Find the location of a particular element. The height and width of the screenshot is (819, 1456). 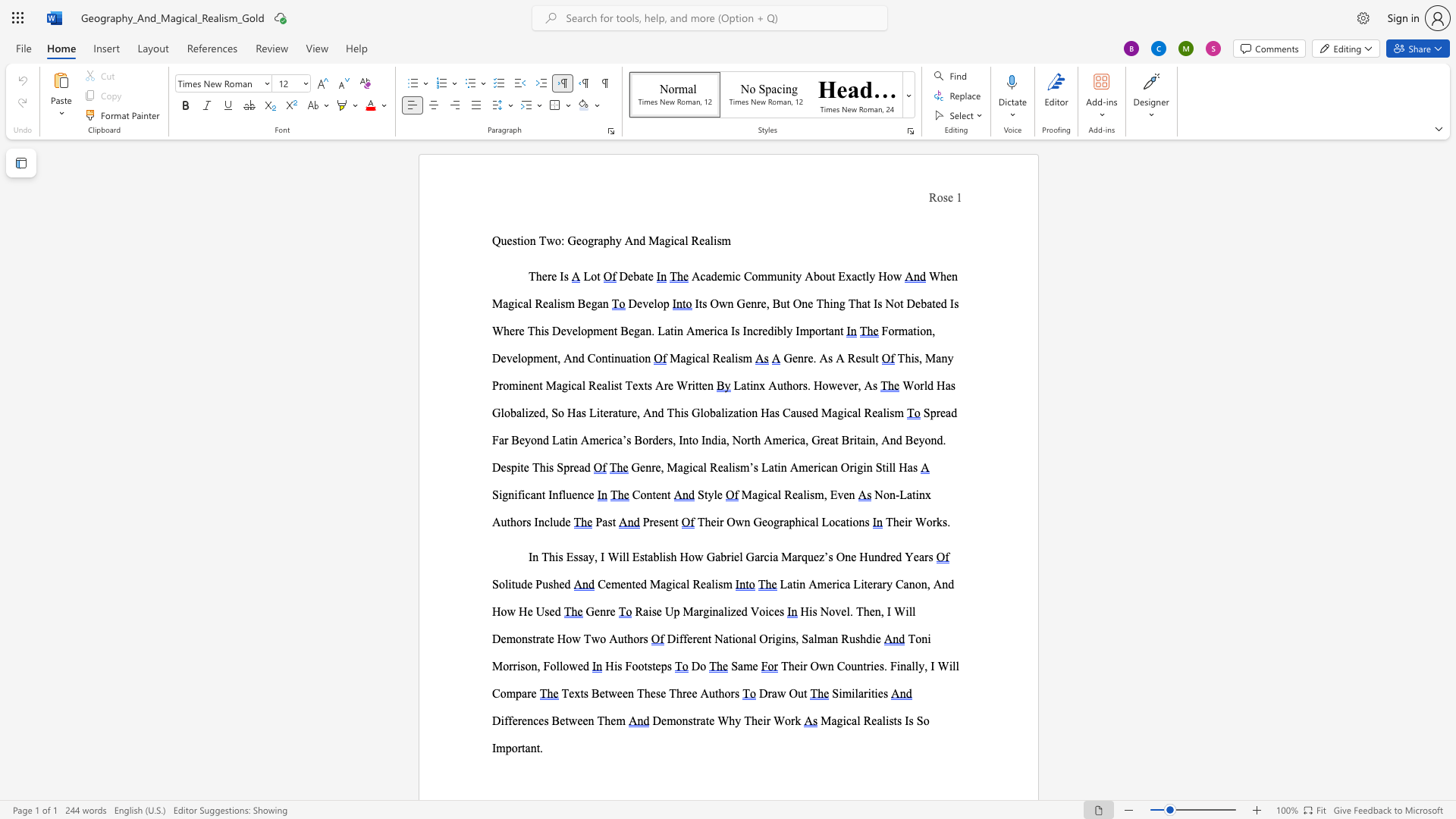

the 3th character "o" in the text is located at coordinates (855, 521).